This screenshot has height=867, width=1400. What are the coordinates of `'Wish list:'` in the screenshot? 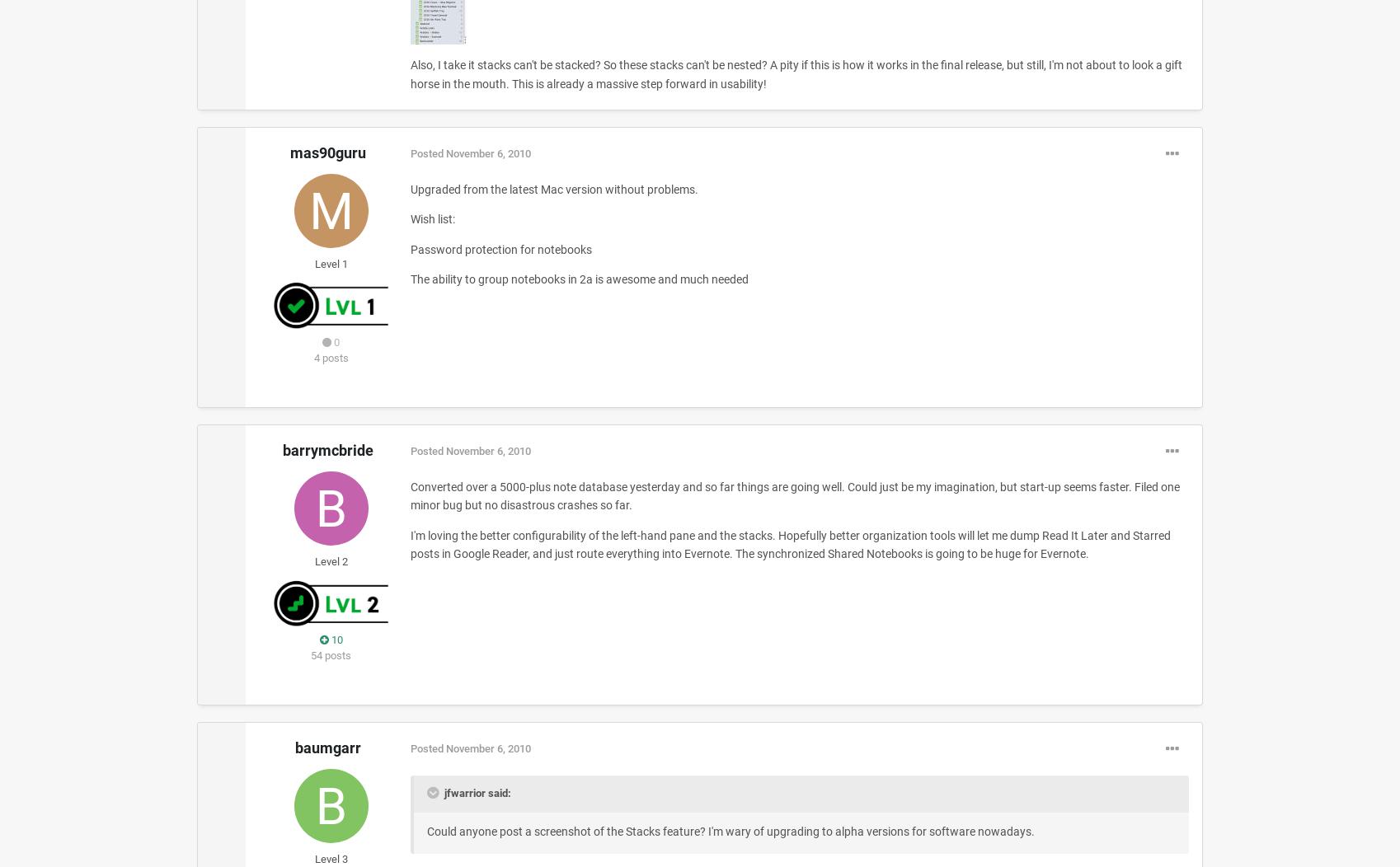 It's located at (432, 219).